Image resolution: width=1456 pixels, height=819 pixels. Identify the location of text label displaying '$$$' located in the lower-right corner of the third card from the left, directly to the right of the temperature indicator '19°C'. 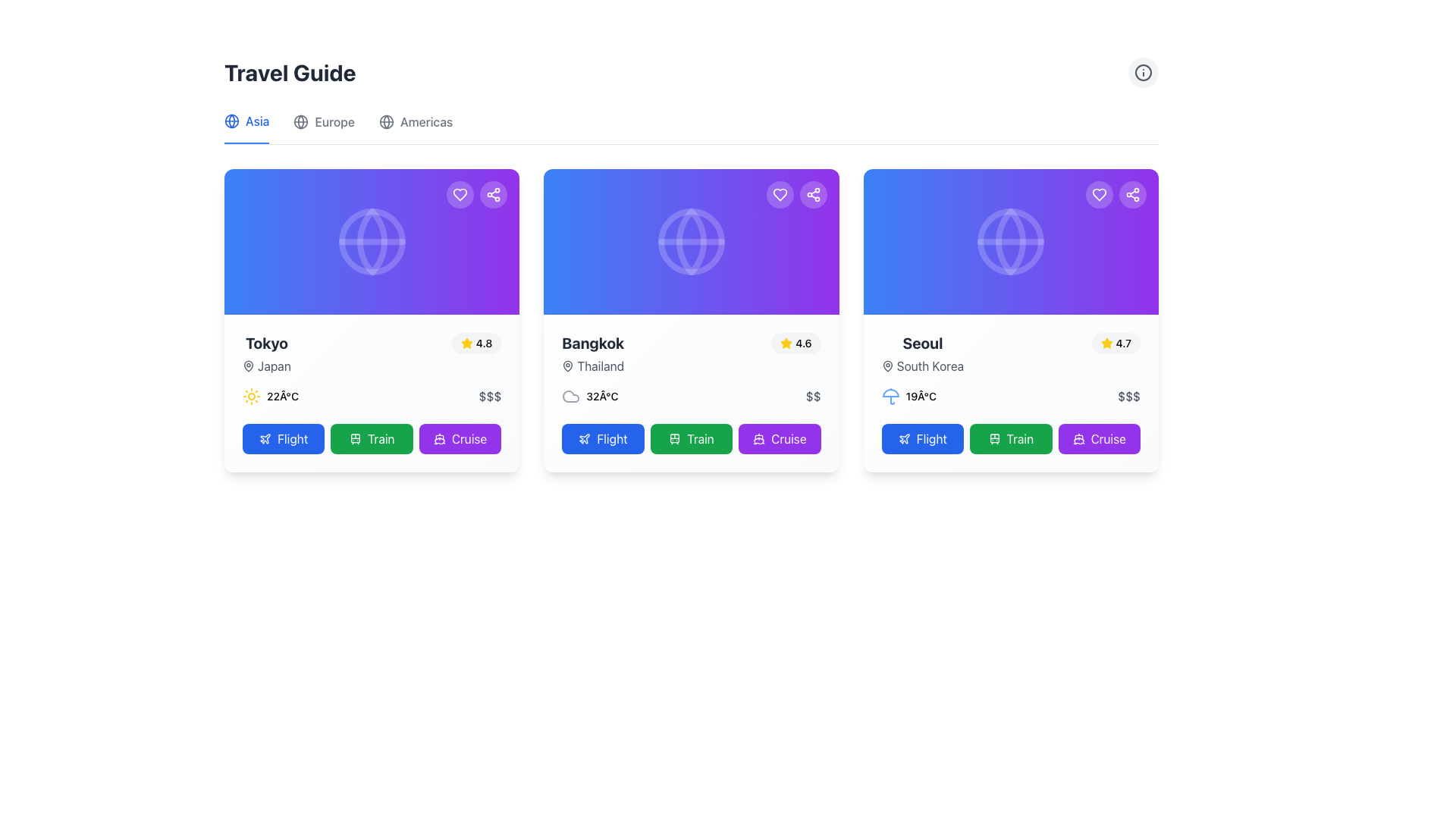
(1128, 396).